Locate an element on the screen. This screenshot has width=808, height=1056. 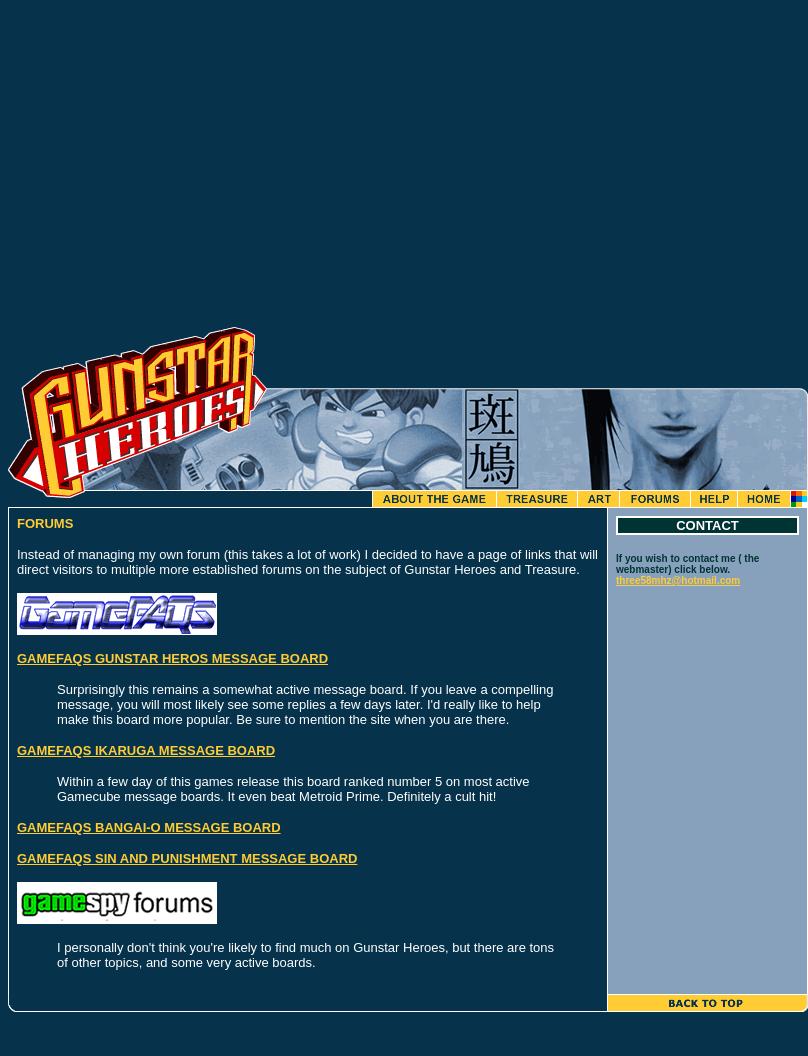
'Surprisingly 
                      this remains a somewhat active message board. If you leave 
                      a compelling message, you will most likely see some replies 
                      a few days later. I'd really like to help make this board 
                      more popular. Be sure to mention the site when you are there.' is located at coordinates (304, 704).